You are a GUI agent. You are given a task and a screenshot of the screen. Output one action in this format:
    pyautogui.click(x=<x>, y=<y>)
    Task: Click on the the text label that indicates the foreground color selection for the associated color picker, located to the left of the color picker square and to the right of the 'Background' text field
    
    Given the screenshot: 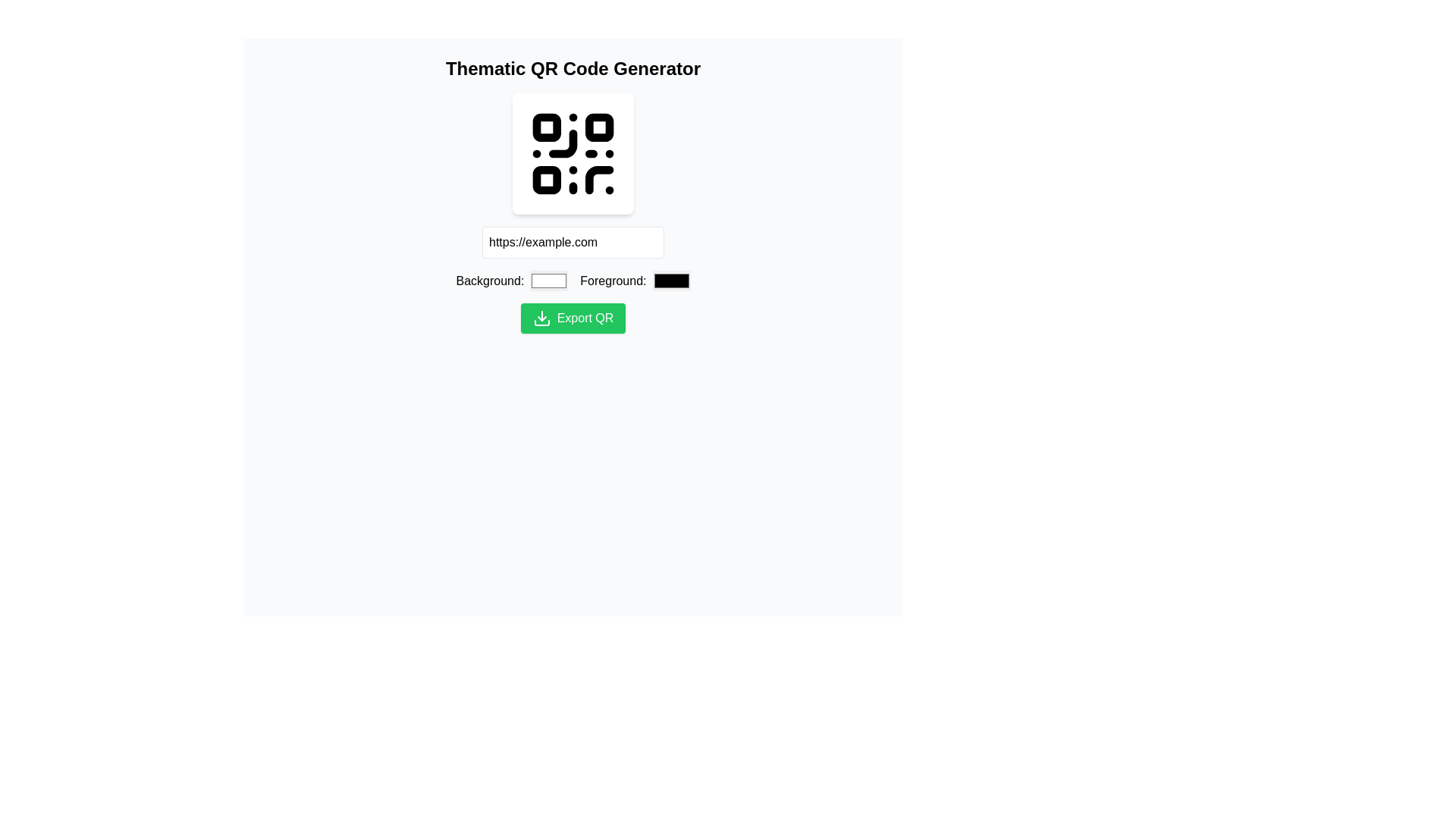 What is the action you would take?
    pyautogui.click(x=613, y=281)
    